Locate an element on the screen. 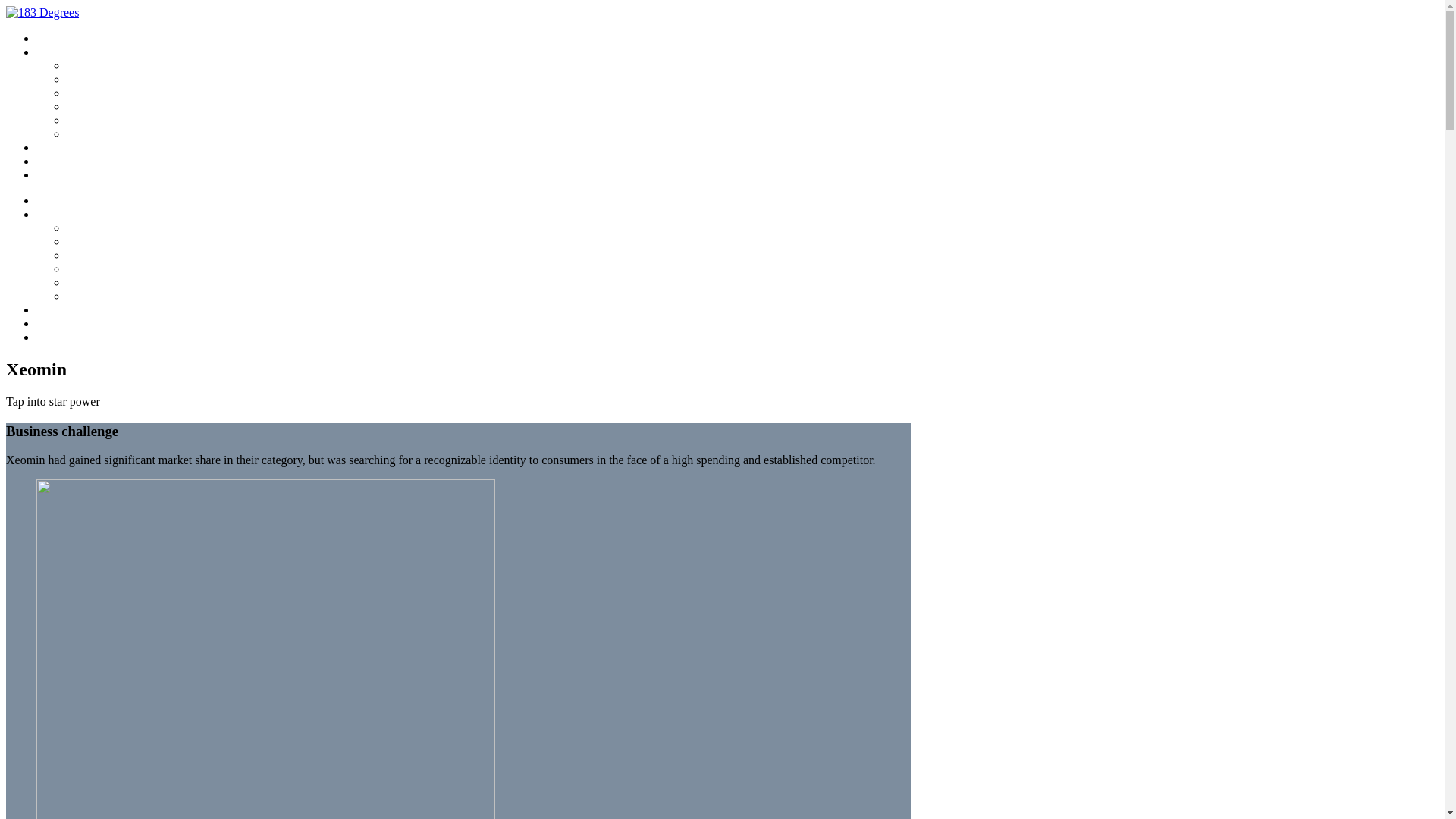 This screenshot has width=1456, height=819. 'Hill Physicians' is located at coordinates (65, 79).